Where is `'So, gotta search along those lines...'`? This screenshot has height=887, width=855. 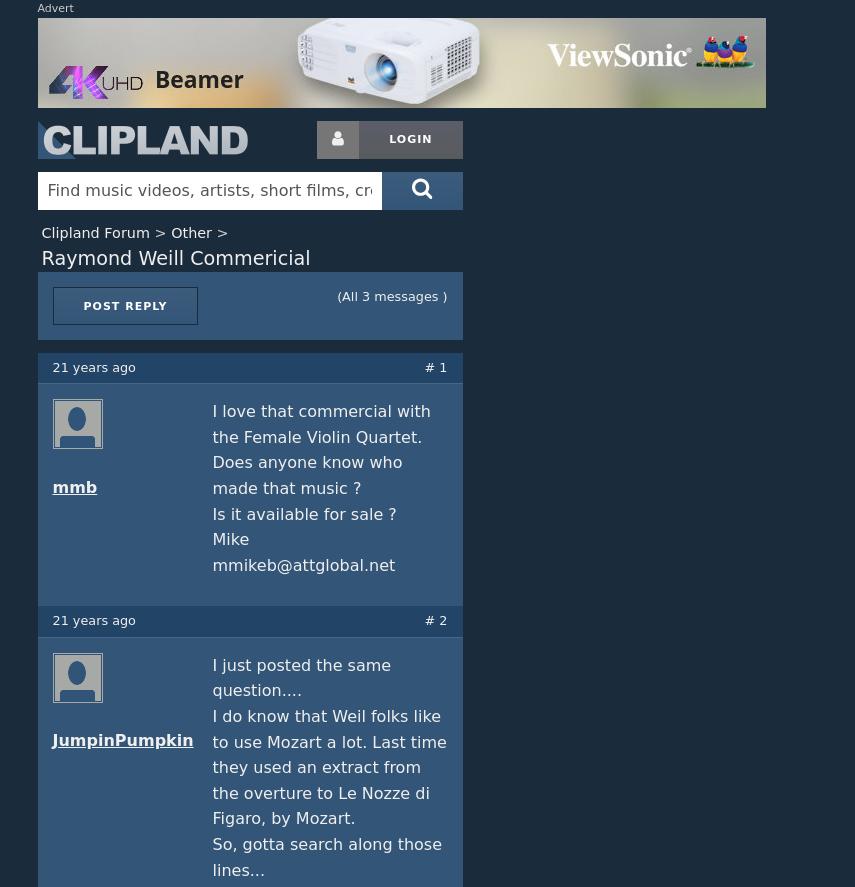 'So, gotta search along those lines...' is located at coordinates (326, 855).